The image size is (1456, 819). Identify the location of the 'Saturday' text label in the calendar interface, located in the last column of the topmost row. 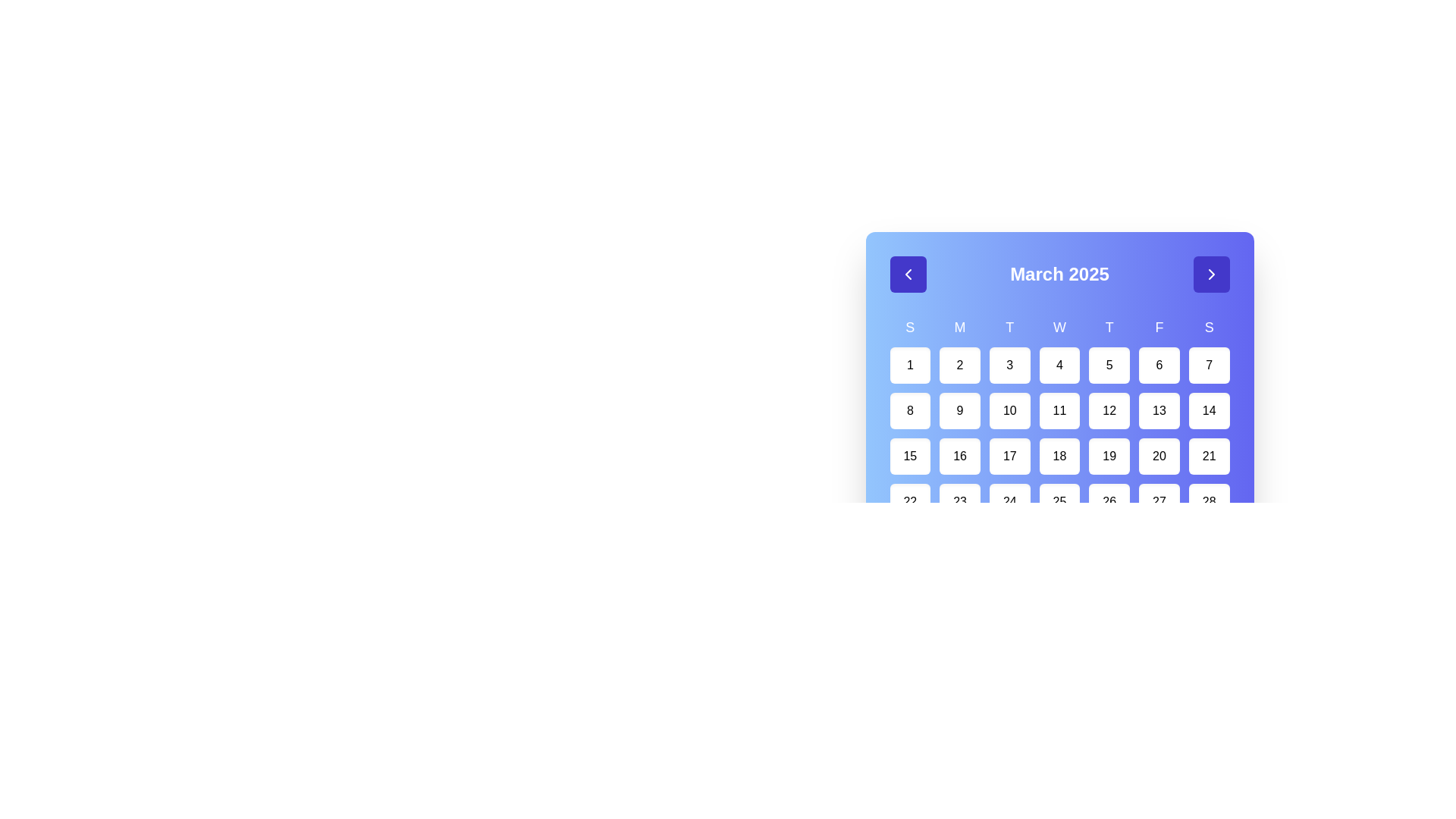
(1208, 327).